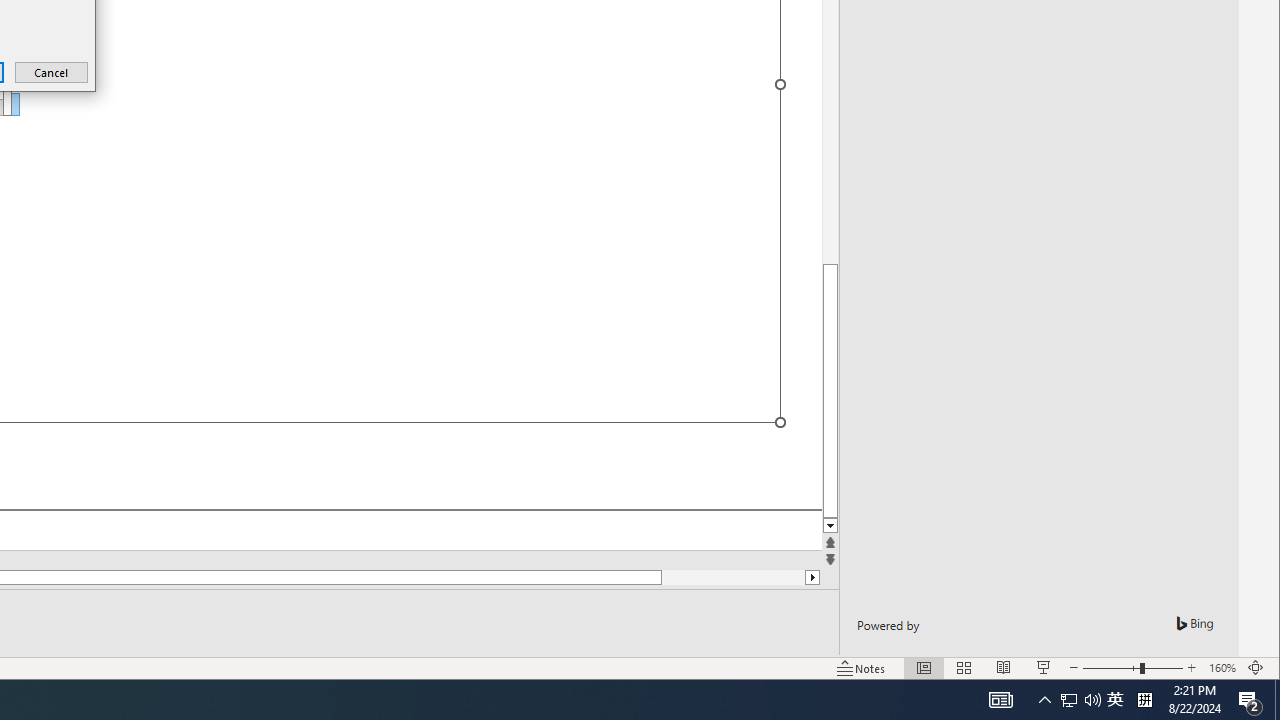  Describe the element at coordinates (51, 71) in the screenshot. I see `'Cancel'` at that location.